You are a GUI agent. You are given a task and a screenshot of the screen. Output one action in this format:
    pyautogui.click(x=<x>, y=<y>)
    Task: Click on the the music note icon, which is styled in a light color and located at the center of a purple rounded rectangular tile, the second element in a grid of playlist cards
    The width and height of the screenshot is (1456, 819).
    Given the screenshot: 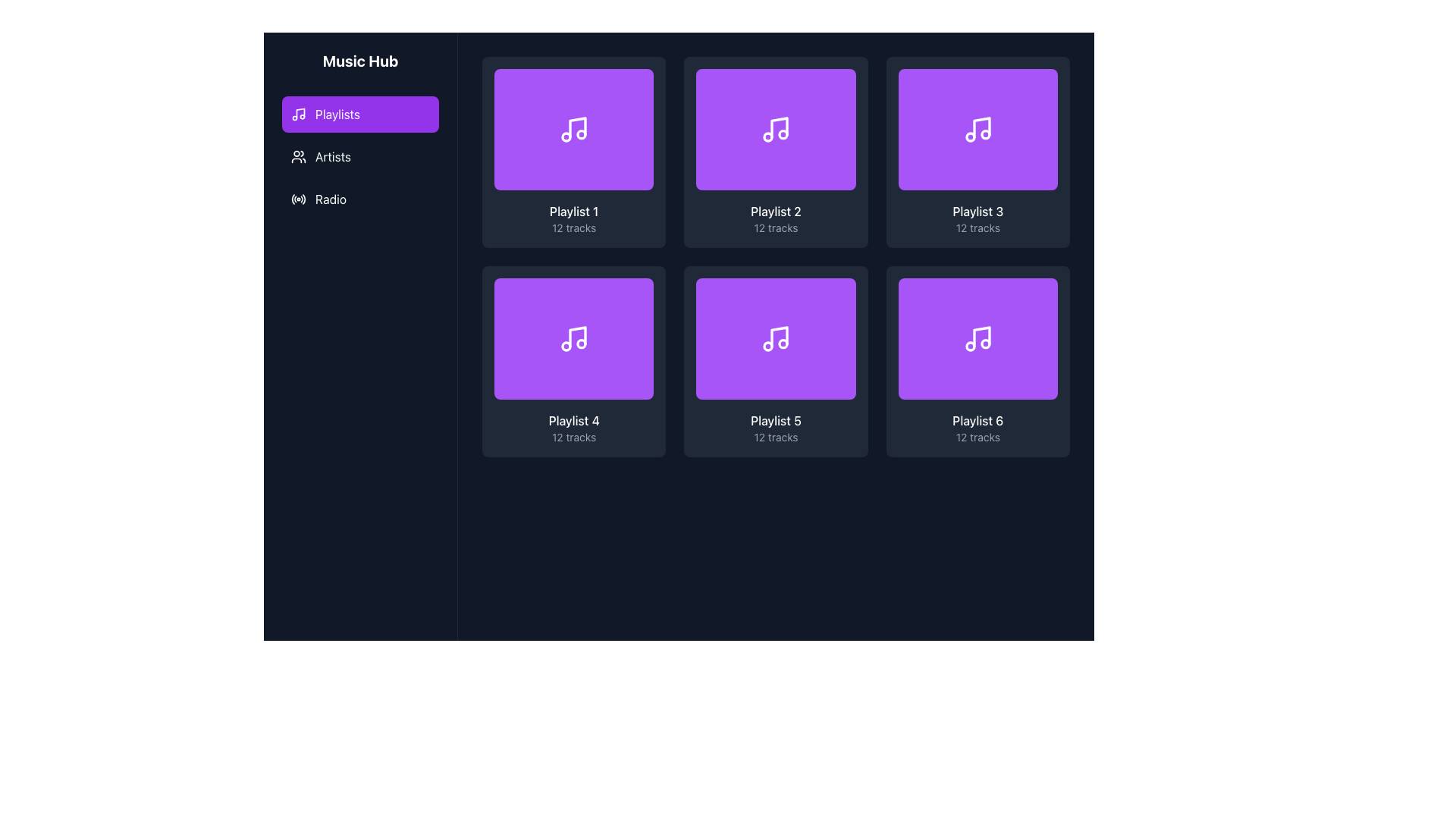 What is the action you would take?
    pyautogui.click(x=776, y=128)
    